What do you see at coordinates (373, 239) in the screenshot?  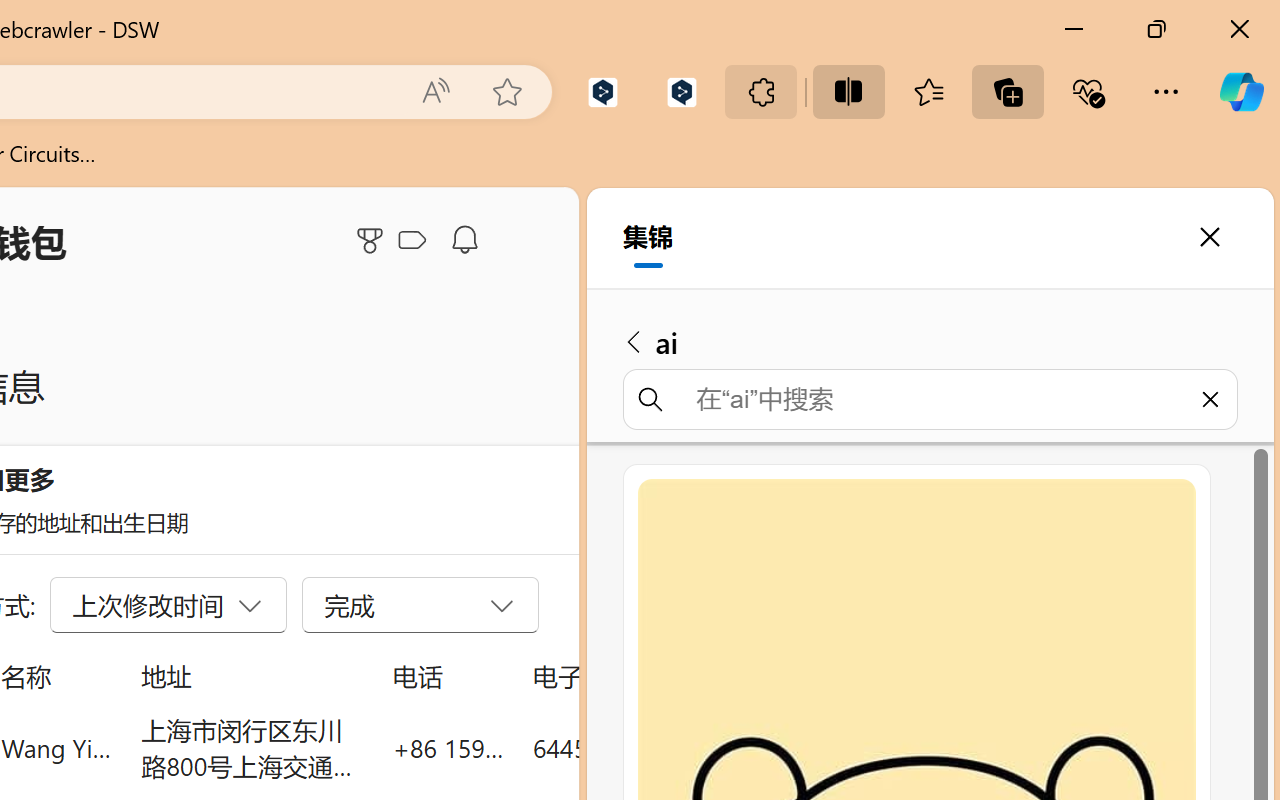 I see `'Microsoft Rewards'` at bounding box center [373, 239].